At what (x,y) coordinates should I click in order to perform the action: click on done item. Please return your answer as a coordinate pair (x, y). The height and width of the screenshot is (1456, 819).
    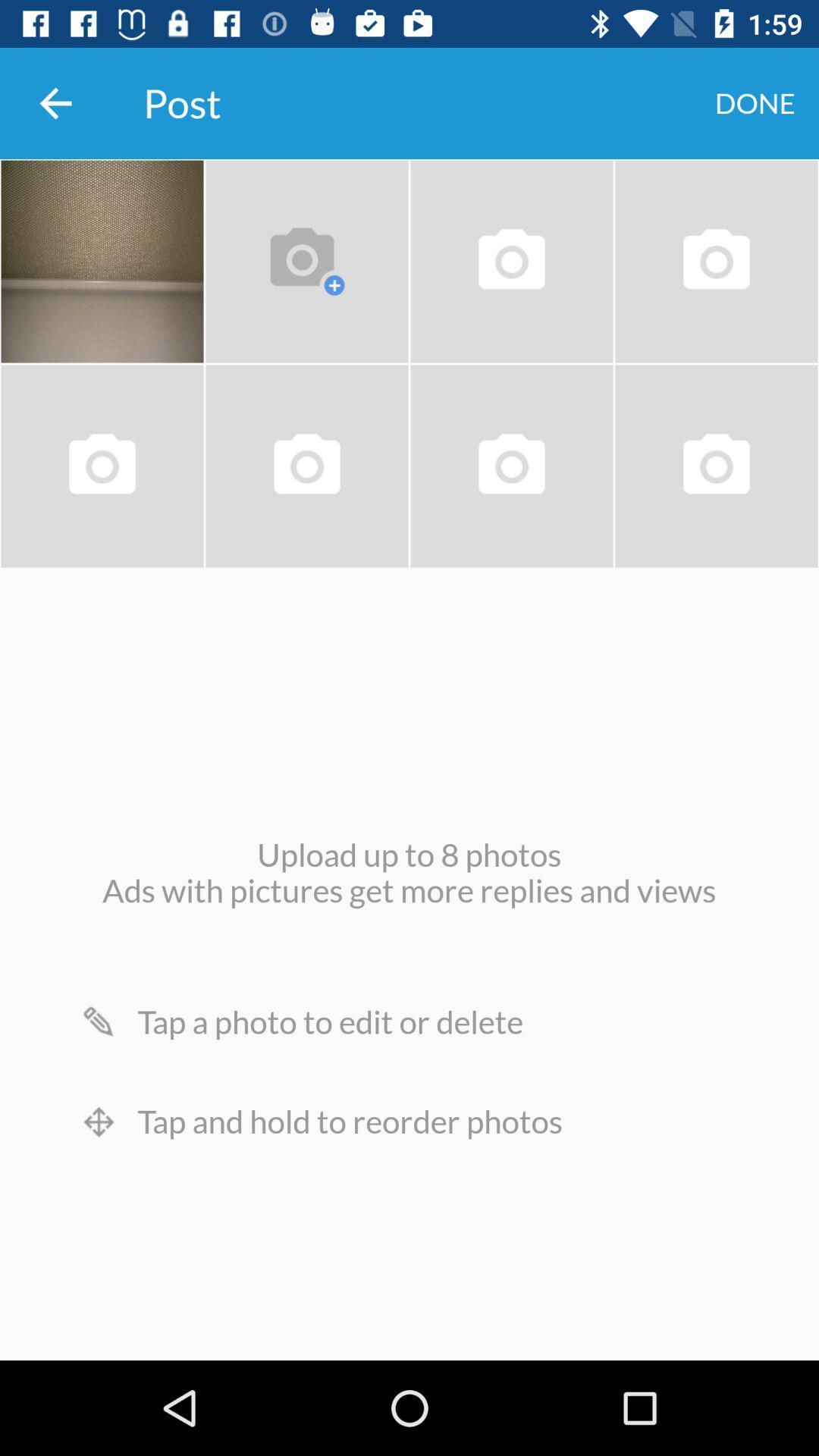
    Looking at the image, I should click on (755, 102).